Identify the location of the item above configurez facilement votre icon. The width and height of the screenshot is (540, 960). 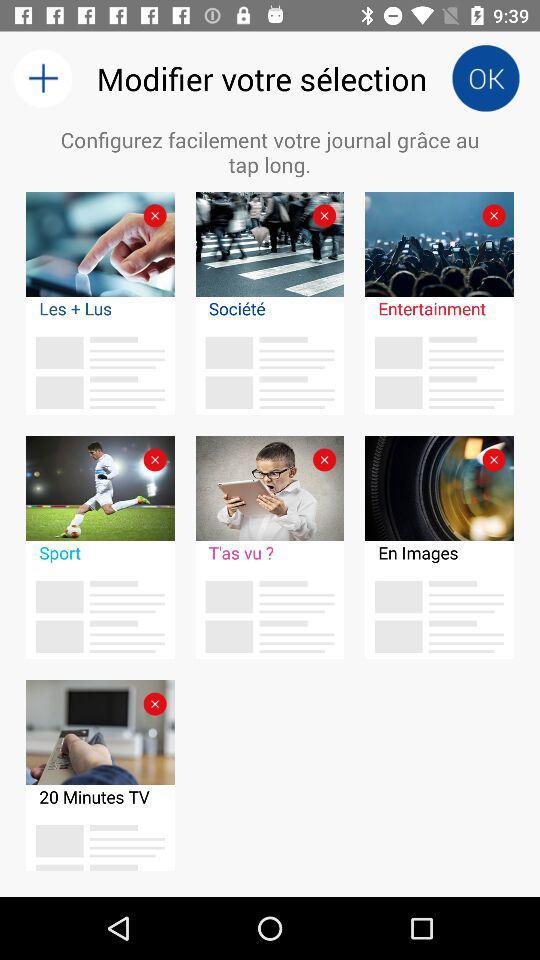
(42, 78).